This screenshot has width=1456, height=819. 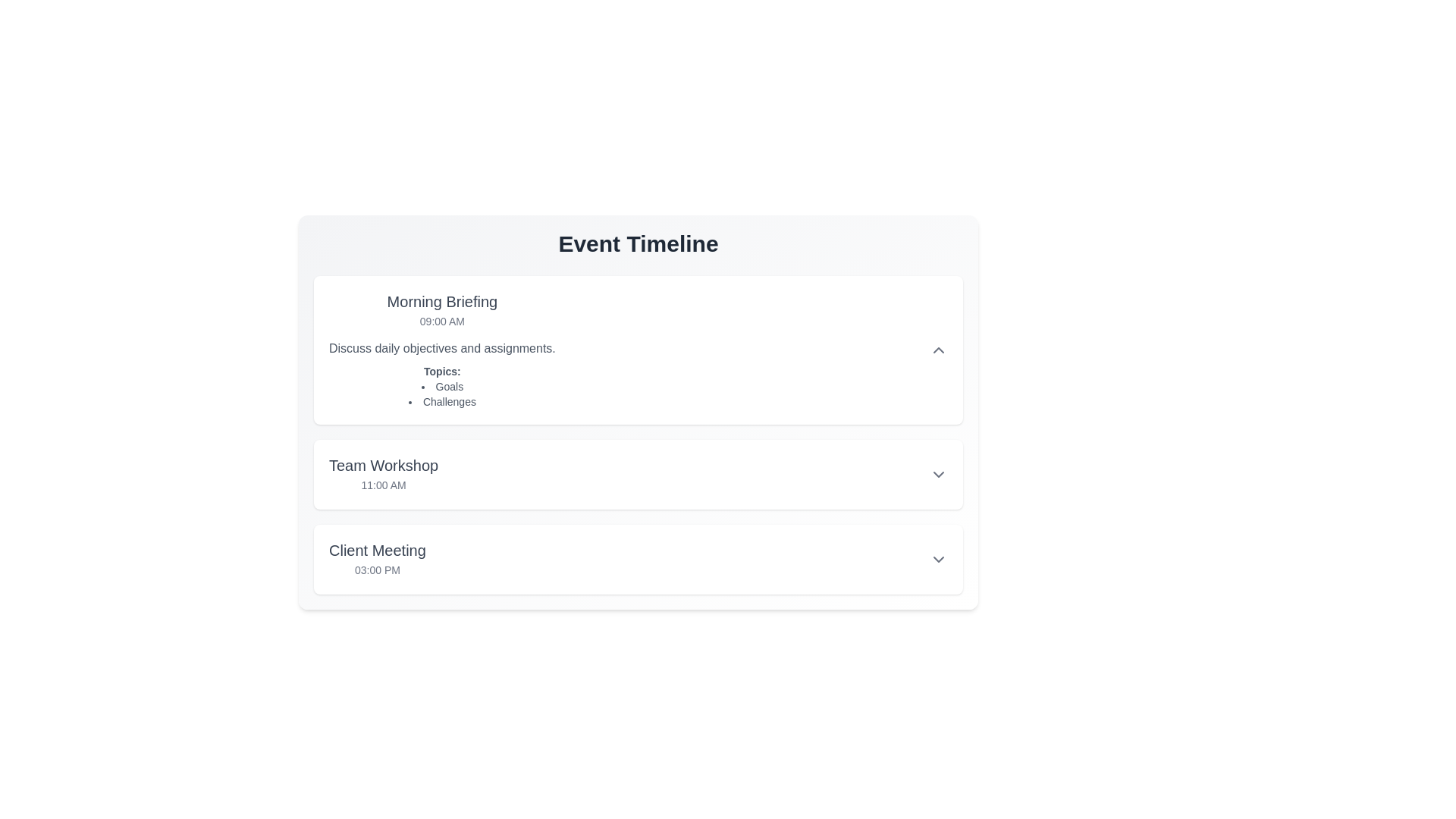 What do you see at coordinates (638, 473) in the screenshot?
I see `the 'Team Workshop' interactive event item` at bounding box center [638, 473].